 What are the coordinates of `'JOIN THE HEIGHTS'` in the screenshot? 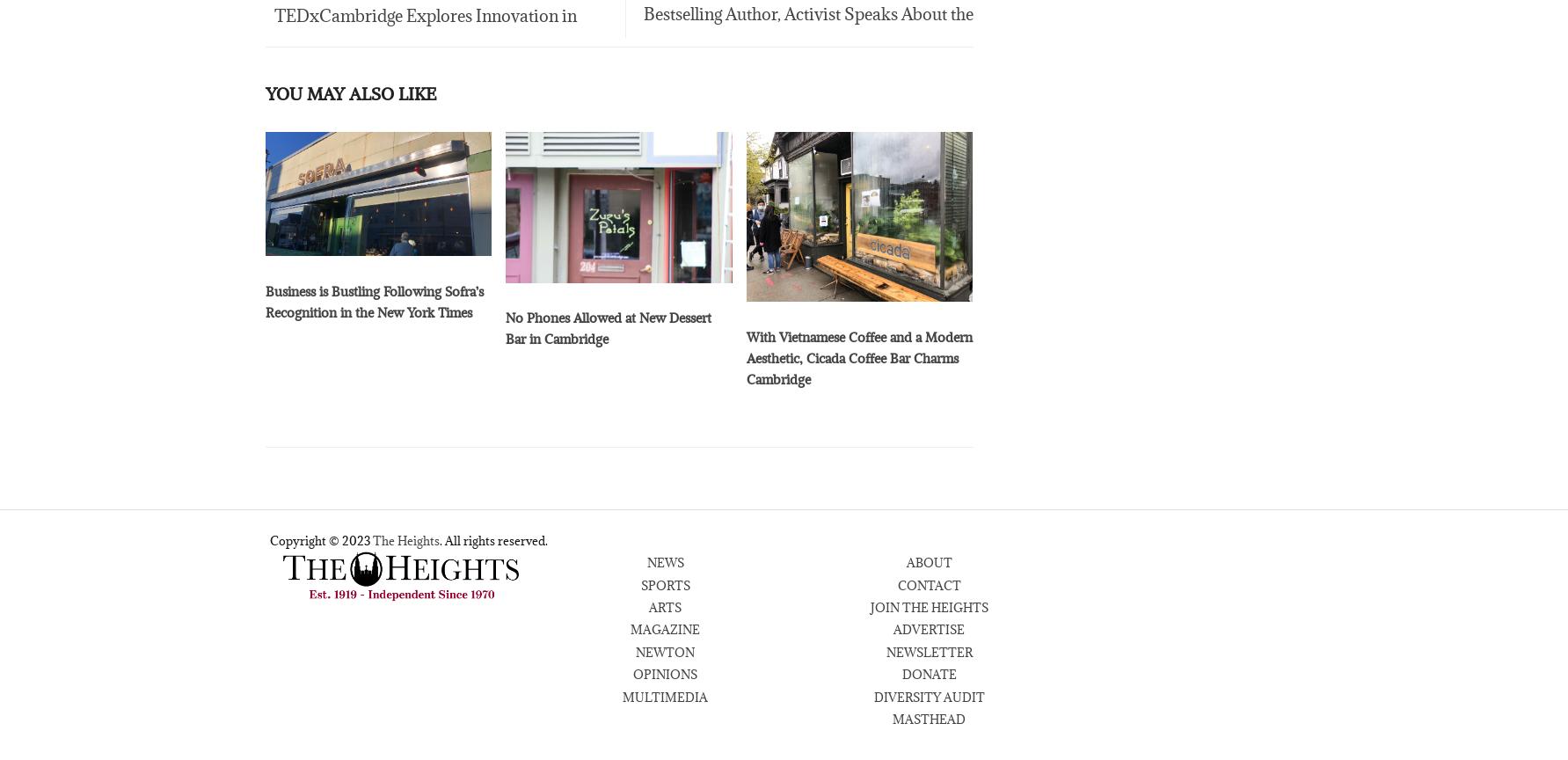 It's located at (929, 611).